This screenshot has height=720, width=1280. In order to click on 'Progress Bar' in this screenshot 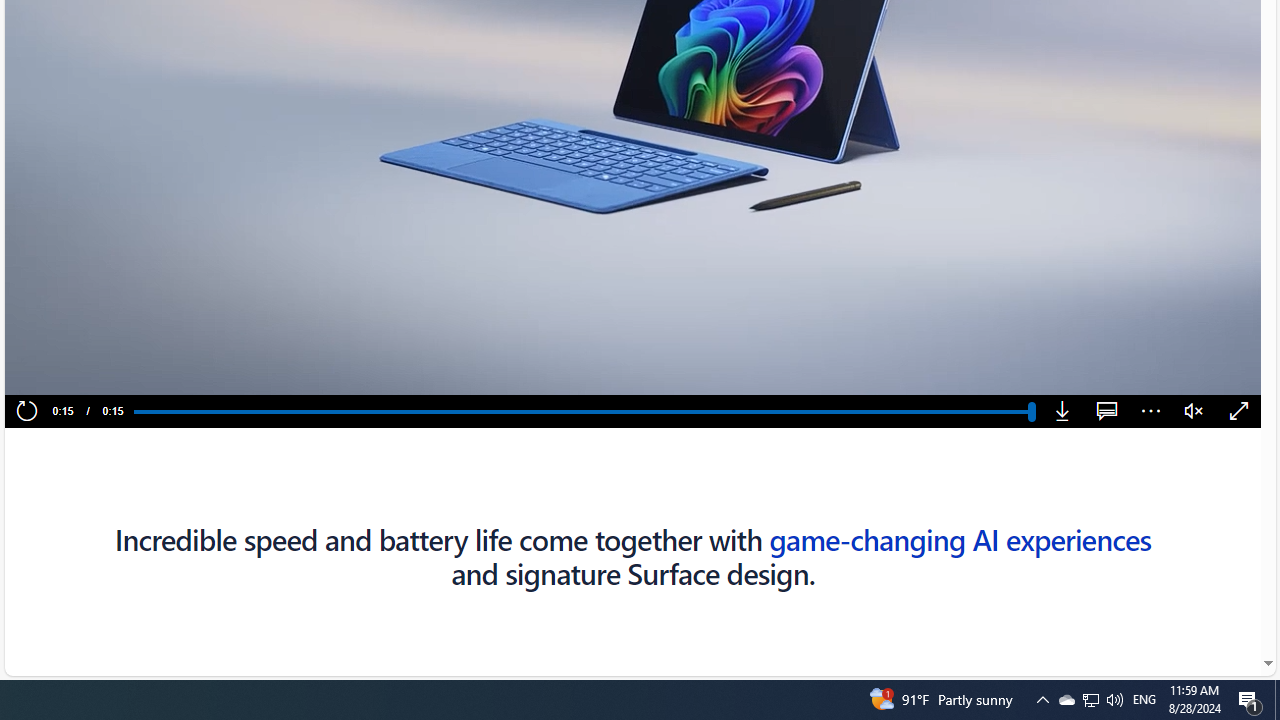, I will do `click(581, 410)`.